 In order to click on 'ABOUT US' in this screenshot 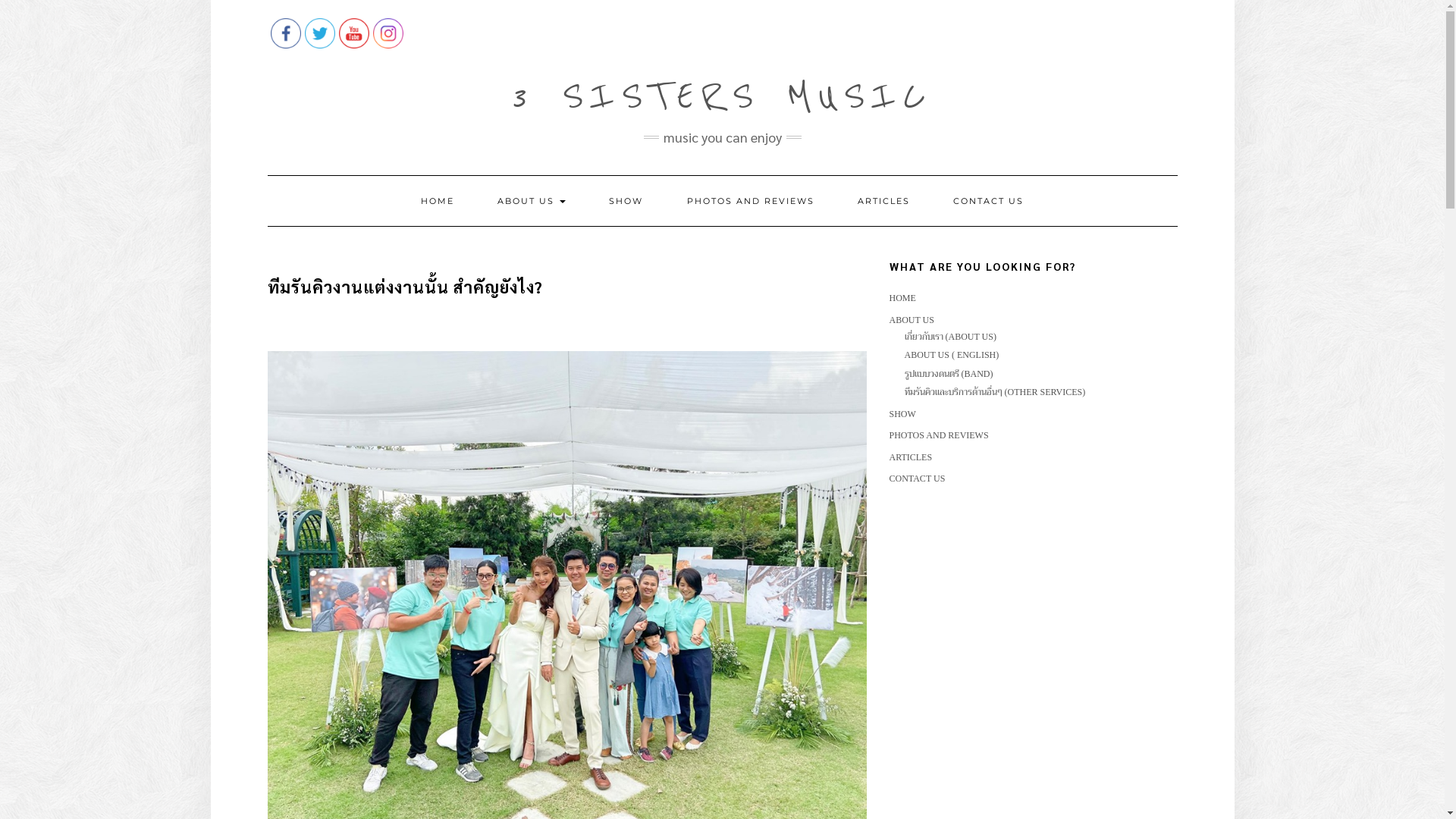, I will do `click(531, 200)`.